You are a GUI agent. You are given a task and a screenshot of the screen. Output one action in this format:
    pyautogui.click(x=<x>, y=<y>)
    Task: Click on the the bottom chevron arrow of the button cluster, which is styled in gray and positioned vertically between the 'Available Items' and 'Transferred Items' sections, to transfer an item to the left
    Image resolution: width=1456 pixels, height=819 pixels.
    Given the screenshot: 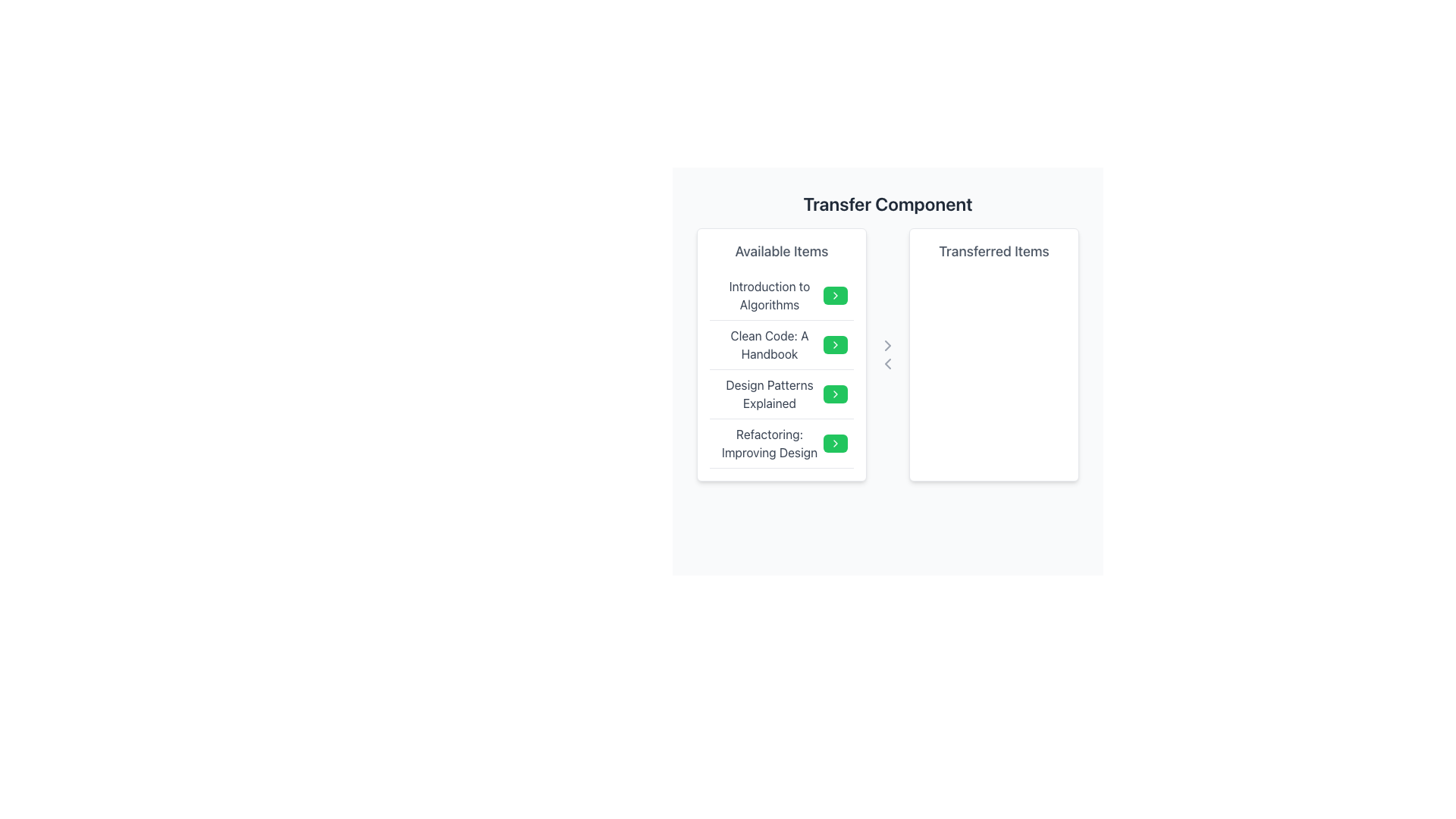 What is the action you would take?
    pyautogui.click(x=888, y=354)
    